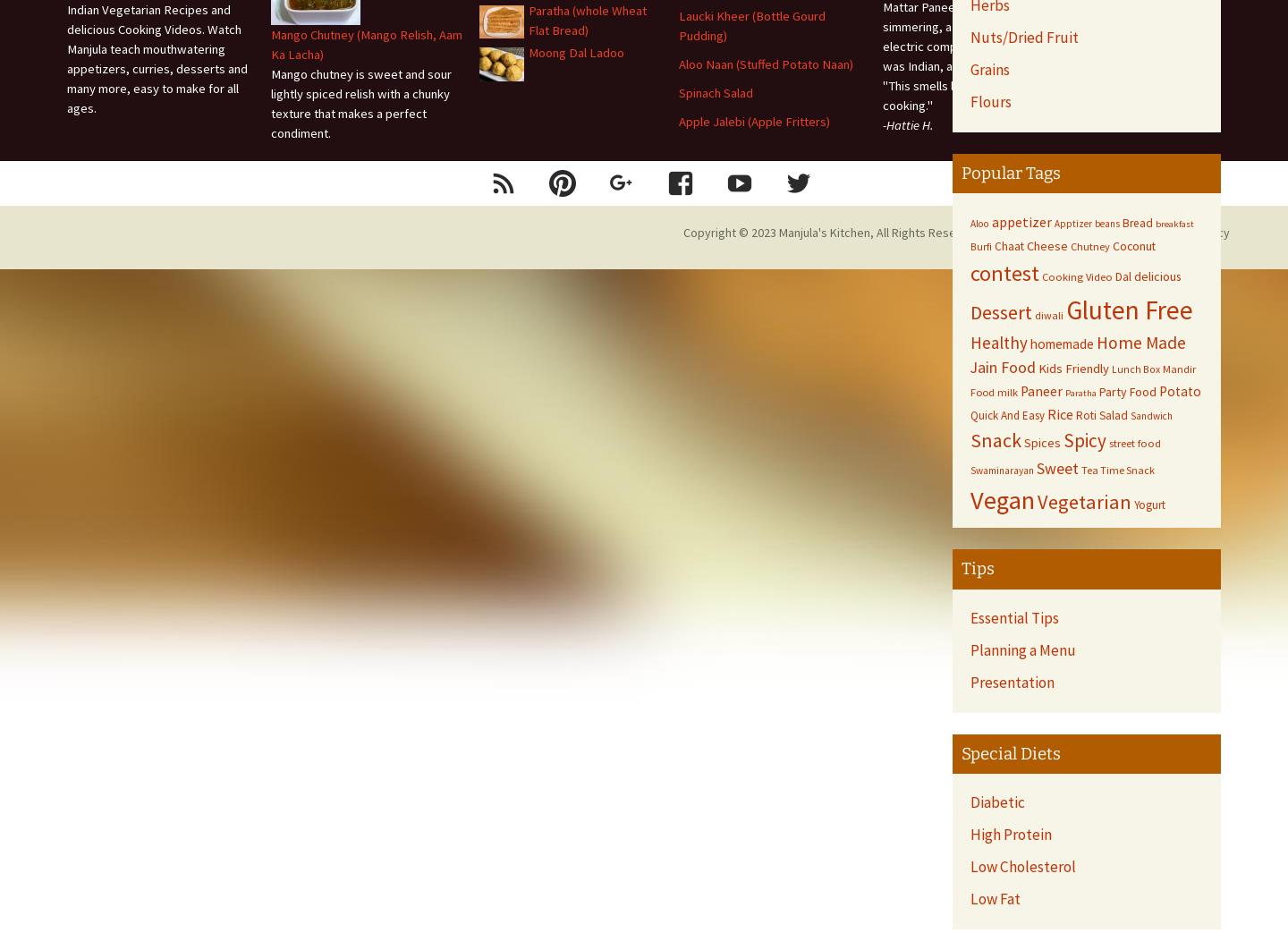 This screenshot has width=1288, height=950. Describe the element at coordinates (753, 122) in the screenshot. I see `'Apple Jalebi (Apple Fritters)'` at that location.